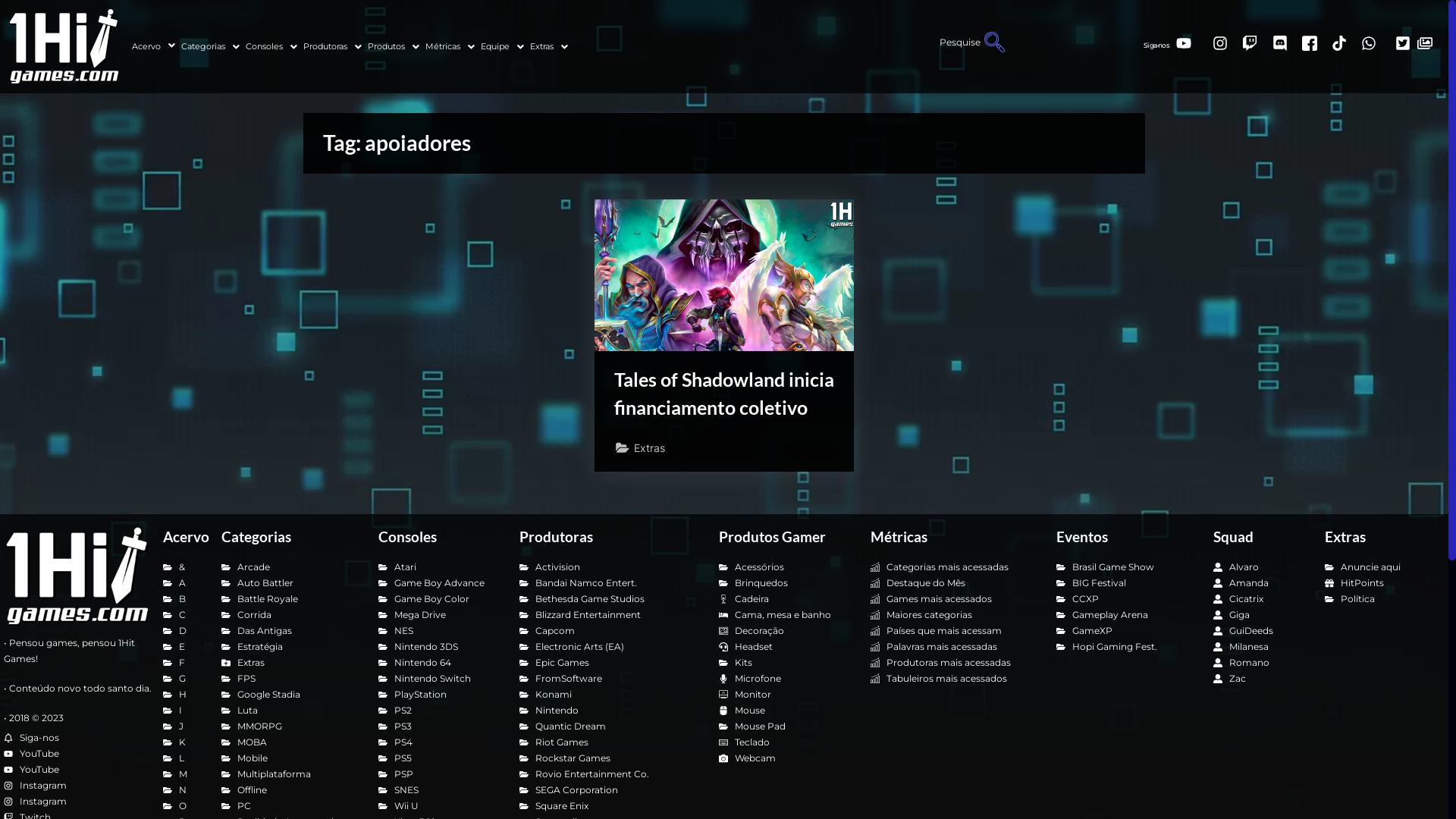 Image resolution: width=1456 pixels, height=819 pixels. I want to click on 'Arcade', so click(292, 566).